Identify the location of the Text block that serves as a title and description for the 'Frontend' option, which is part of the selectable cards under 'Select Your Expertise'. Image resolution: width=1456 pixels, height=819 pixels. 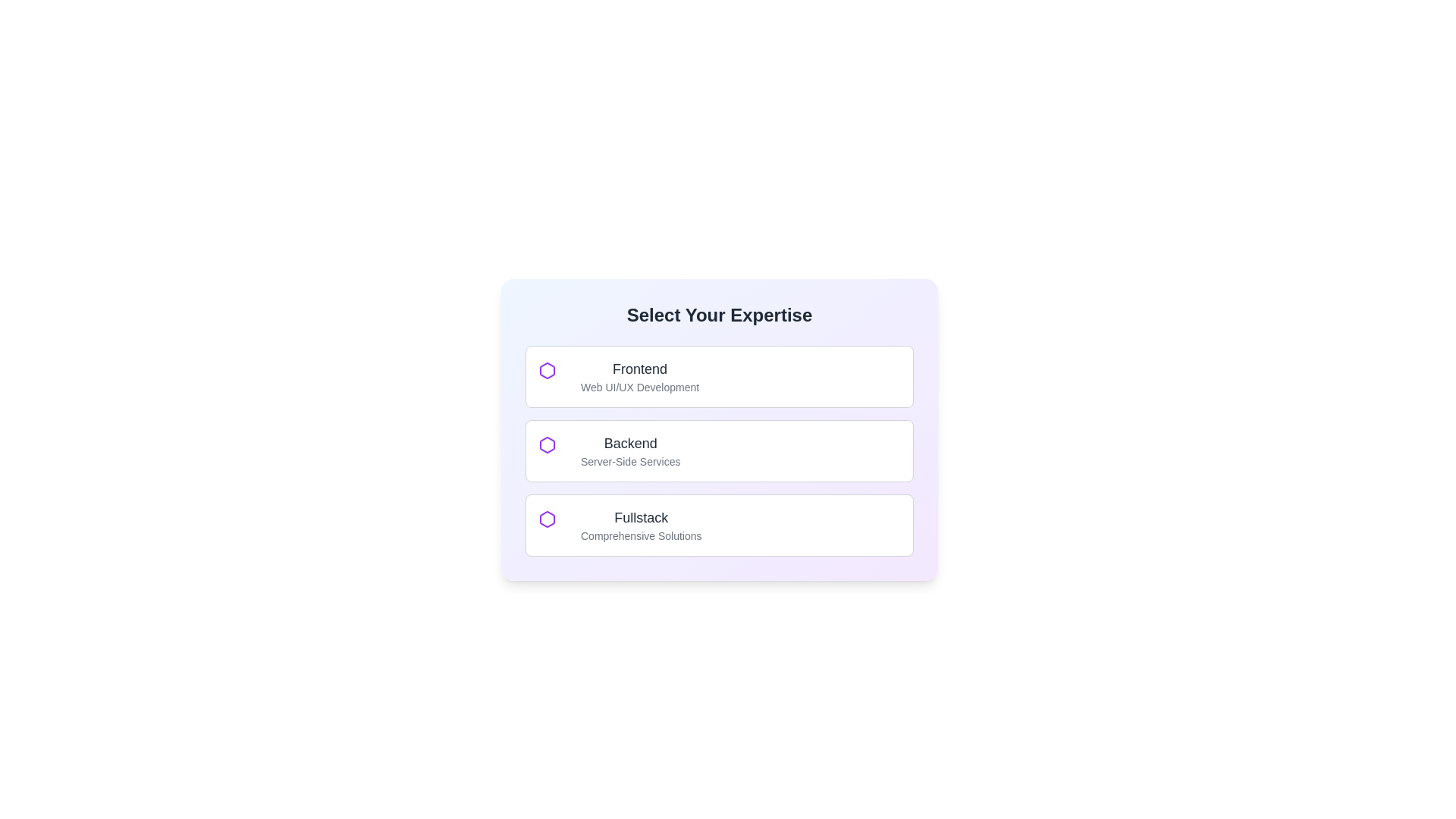
(640, 376).